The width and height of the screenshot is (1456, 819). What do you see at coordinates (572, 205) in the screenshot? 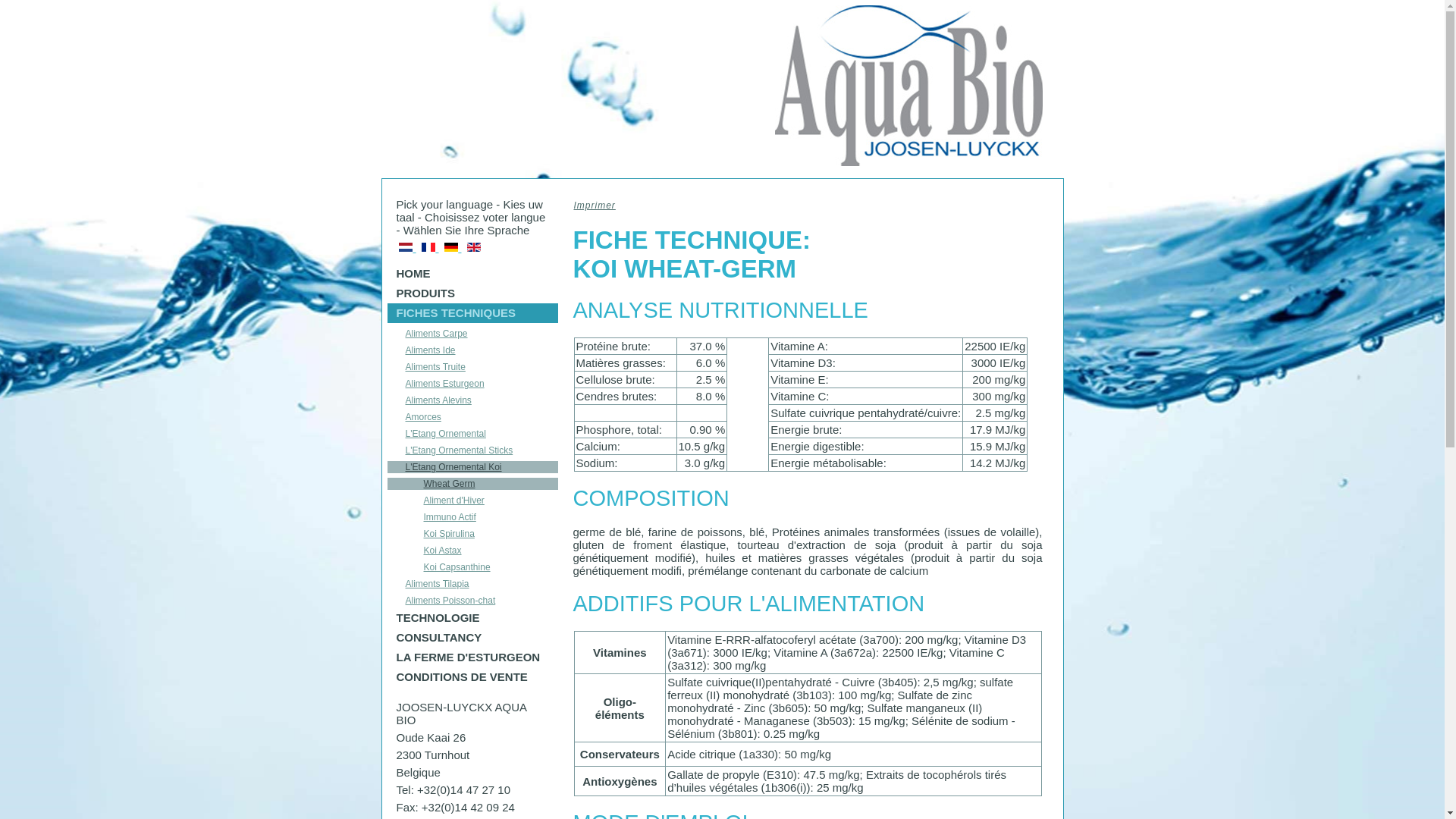
I see `'Imprimer'` at bounding box center [572, 205].